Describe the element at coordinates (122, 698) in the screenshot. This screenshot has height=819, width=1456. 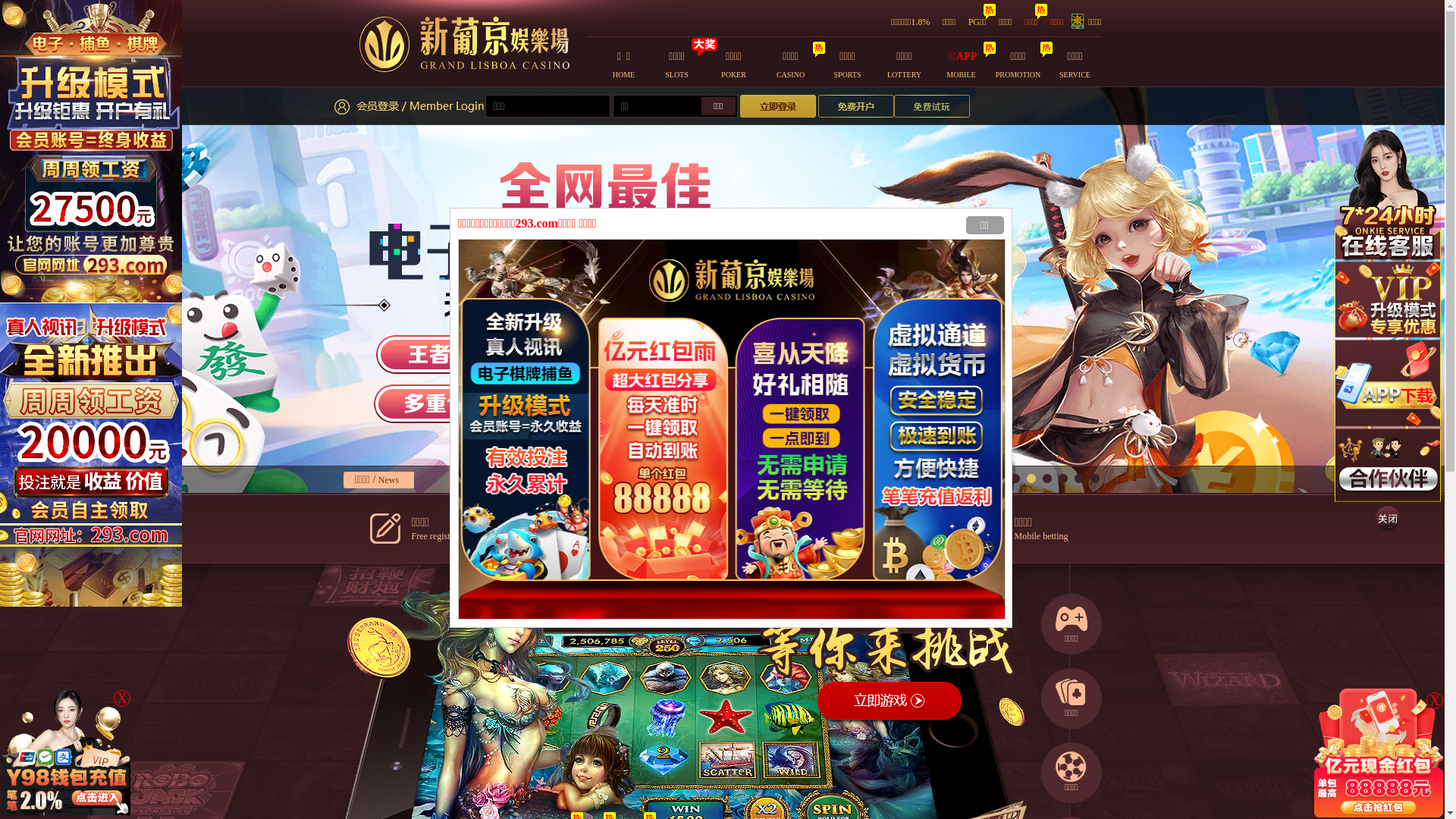
I see `'X'` at that location.